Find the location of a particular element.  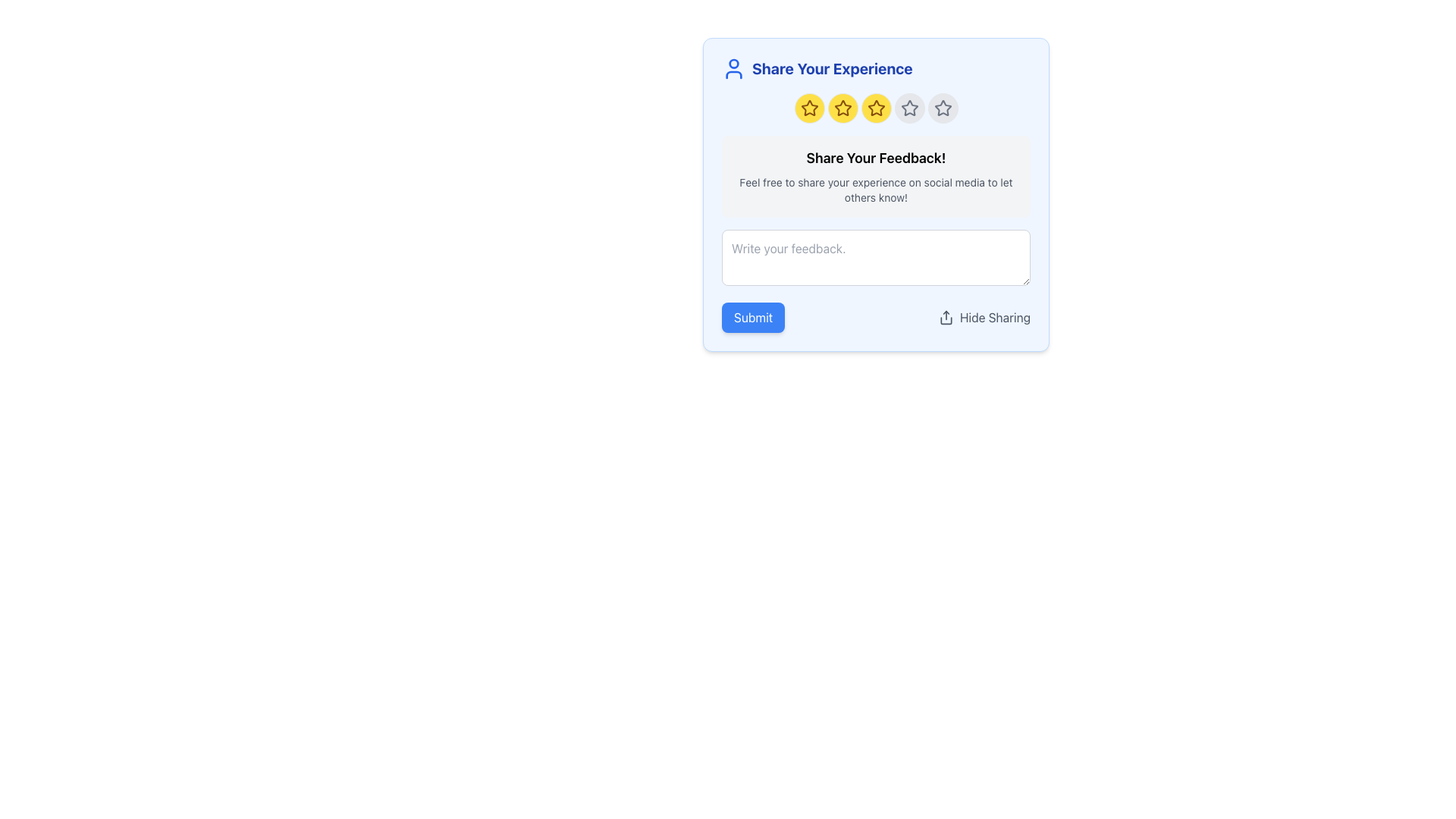

a star in the Rating Component located below the header text of the 'Share Your Experience' card is located at coordinates (876, 107).